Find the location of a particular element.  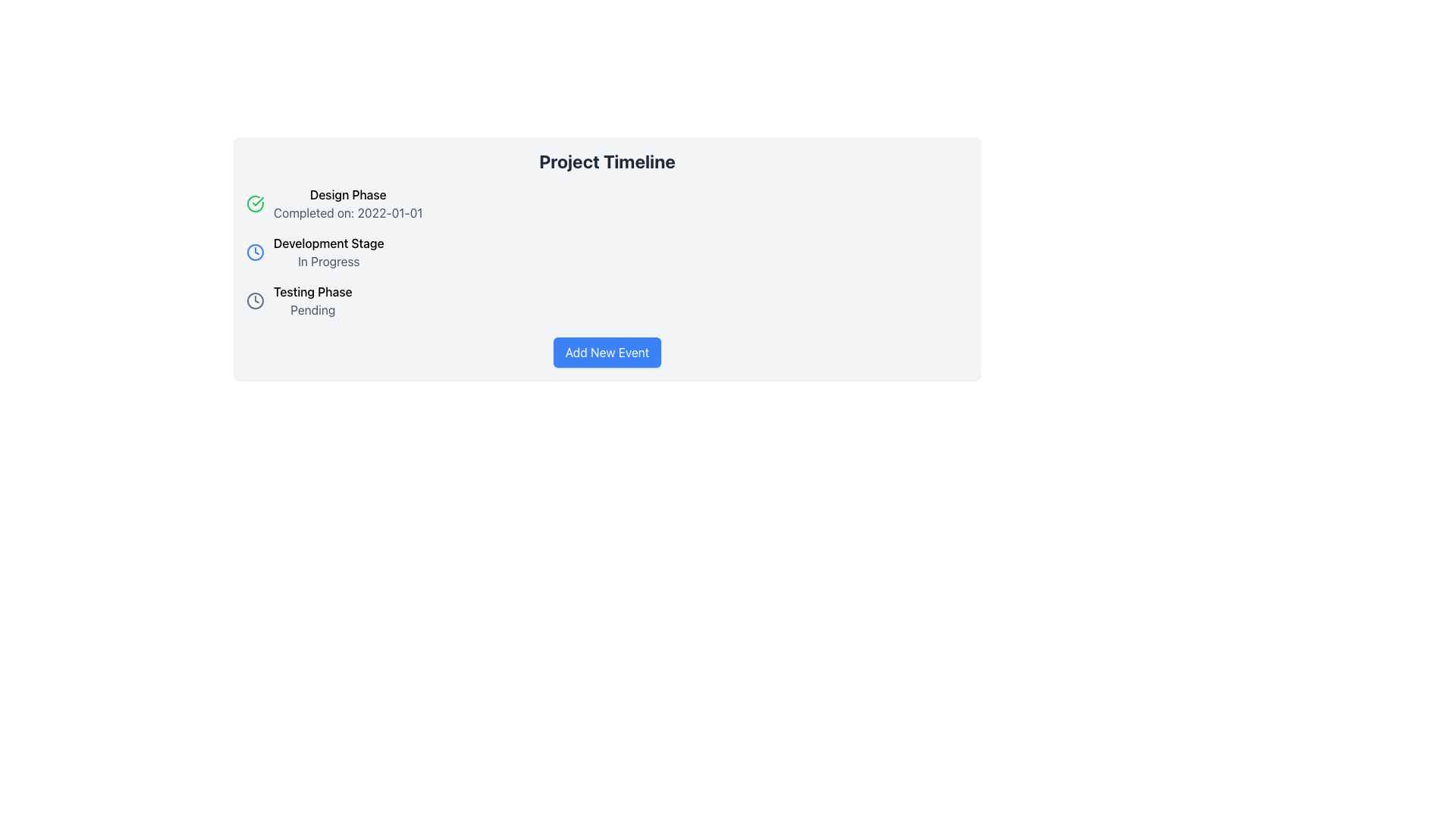

the text label that reads 'Completed on: 2022-01-01', which is located directly below 'Design Phase' in the top-left section of the timeline interface is located at coordinates (347, 213).